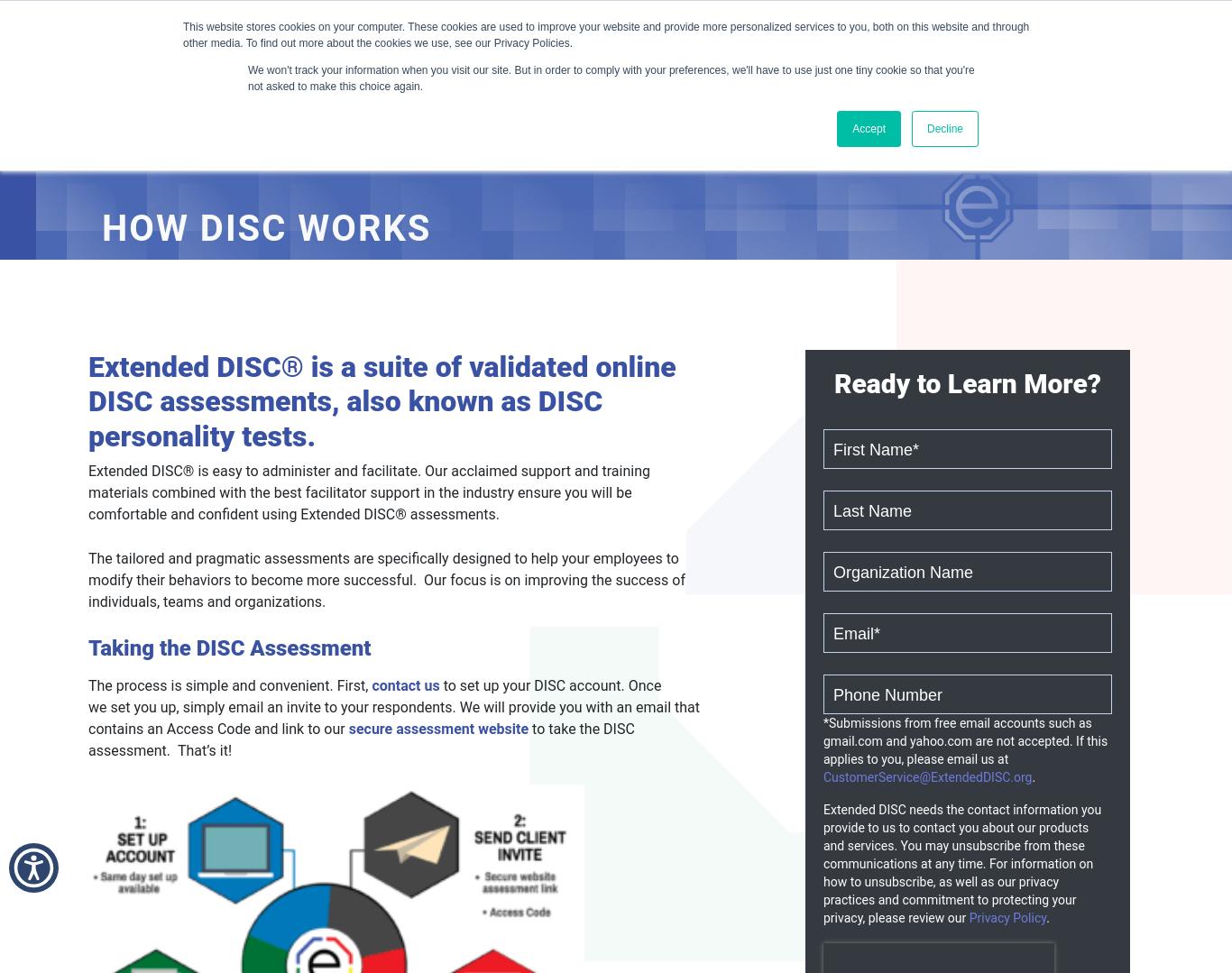  Describe the element at coordinates (1014, 16) in the screenshot. I see `'Client Resource Center'` at that location.